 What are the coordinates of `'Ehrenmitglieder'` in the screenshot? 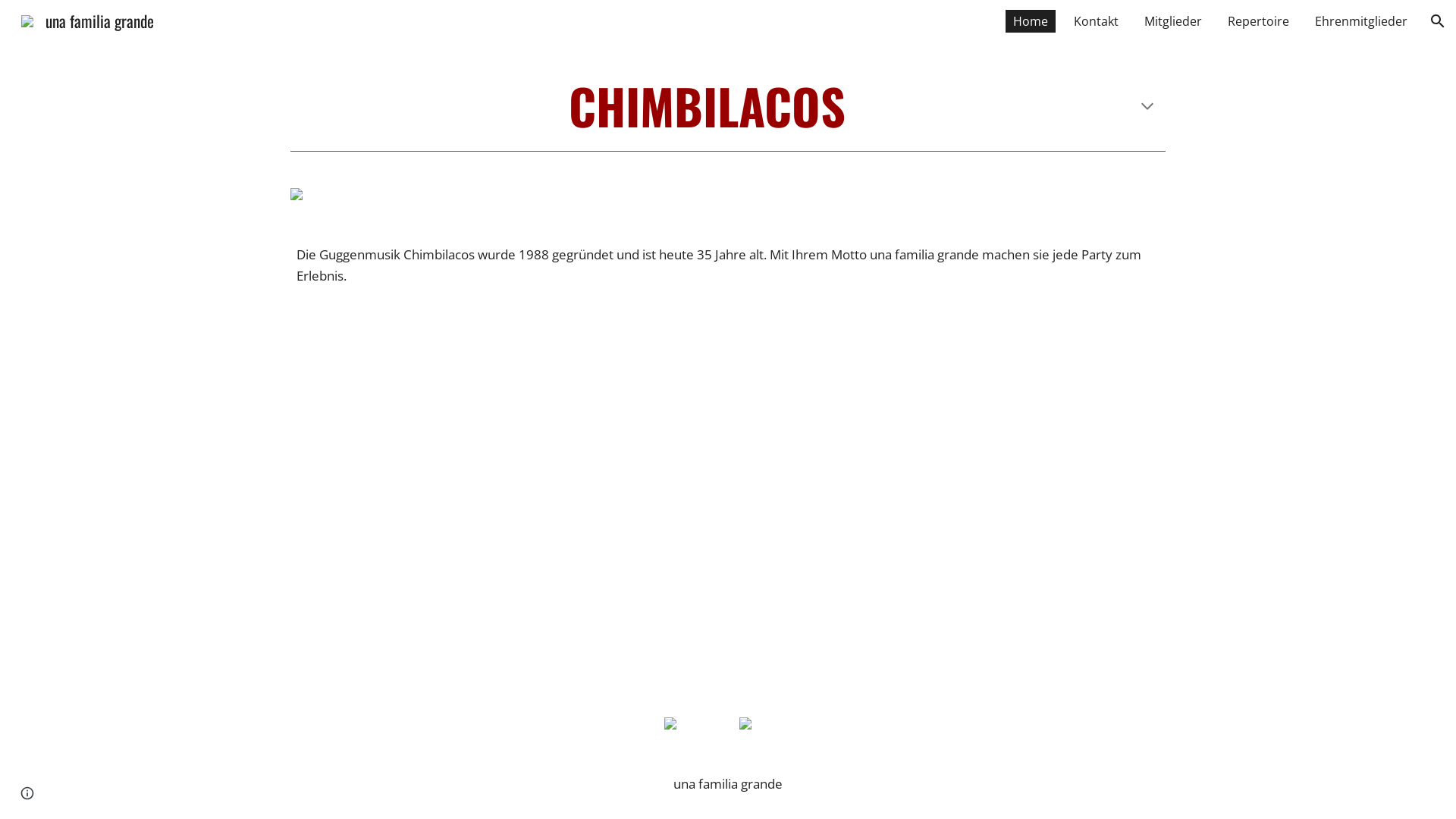 It's located at (1306, 20).